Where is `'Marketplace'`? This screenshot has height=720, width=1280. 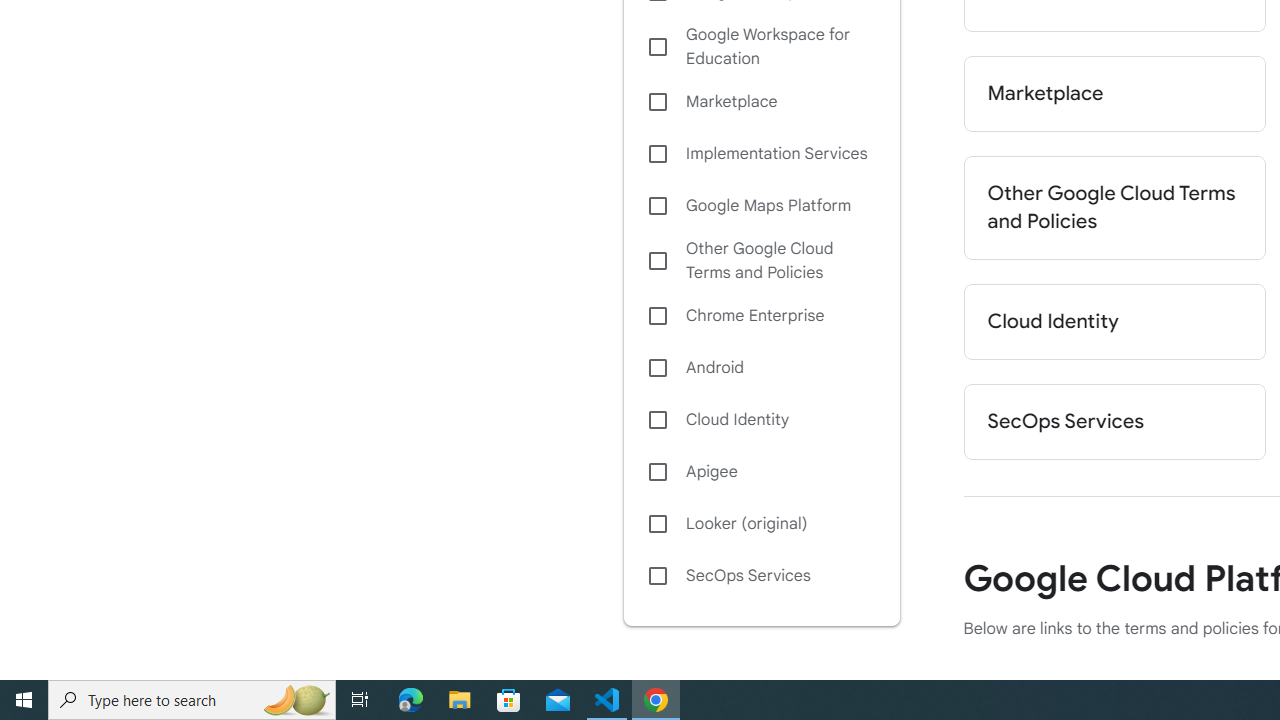
'Marketplace' is located at coordinates (1113, 93).